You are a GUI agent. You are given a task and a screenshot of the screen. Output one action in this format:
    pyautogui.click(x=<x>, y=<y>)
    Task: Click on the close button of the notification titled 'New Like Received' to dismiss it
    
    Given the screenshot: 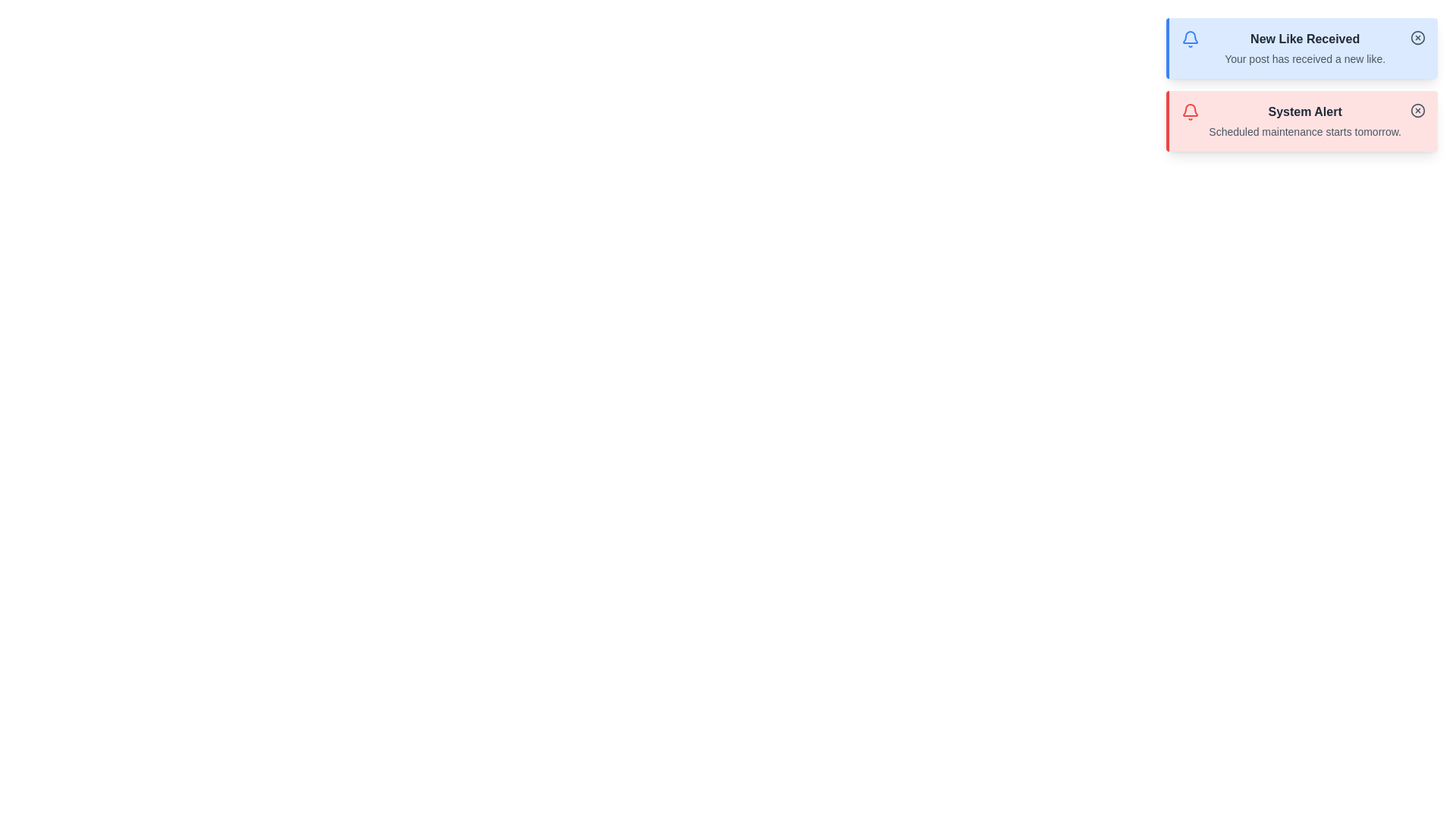 What is the action you would take?
    pyautogui.click(x=1417, y=37)
    